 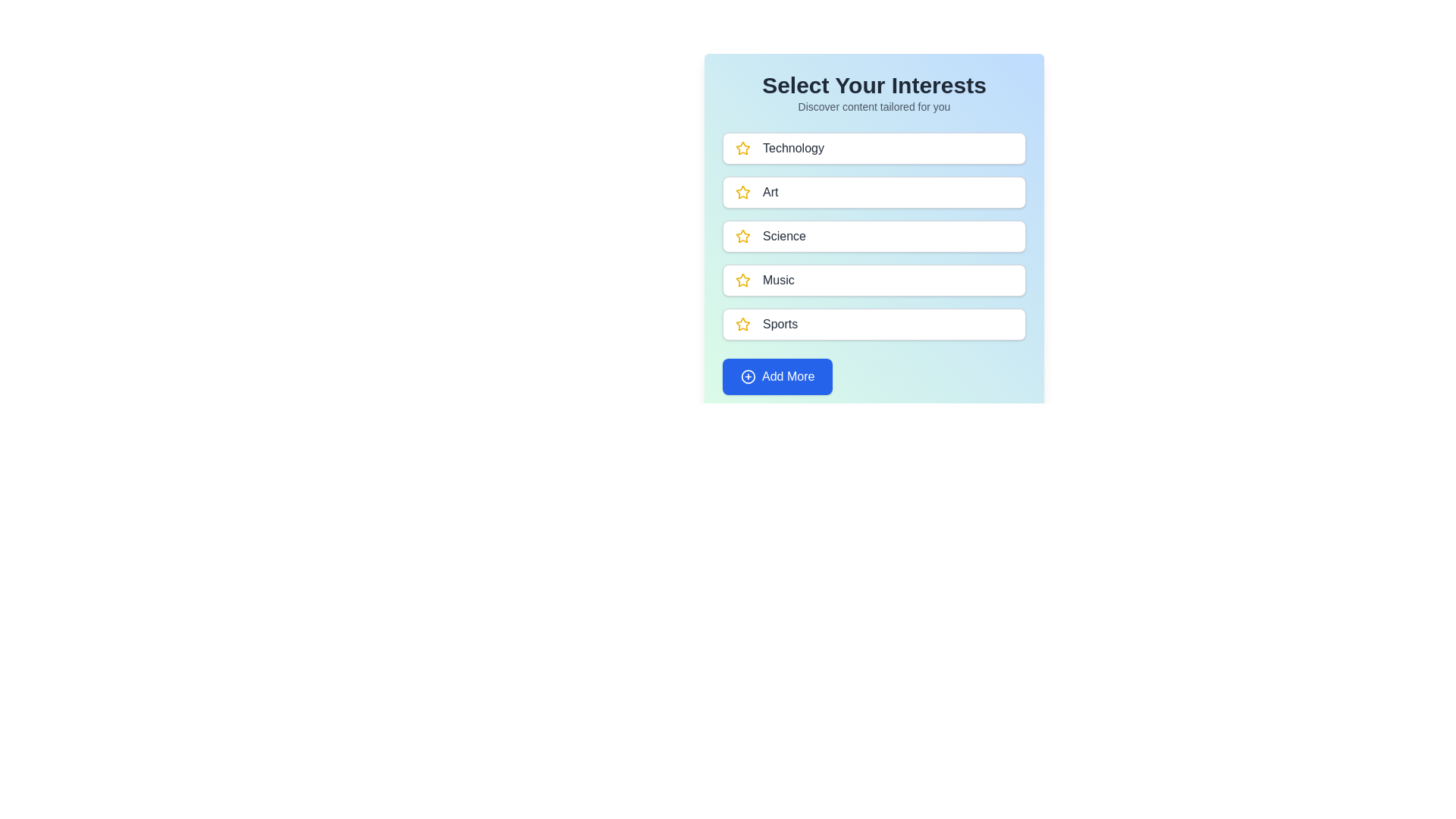 I want to click on the button corresponding to Art to select the interest, so click(x=874, y=192).